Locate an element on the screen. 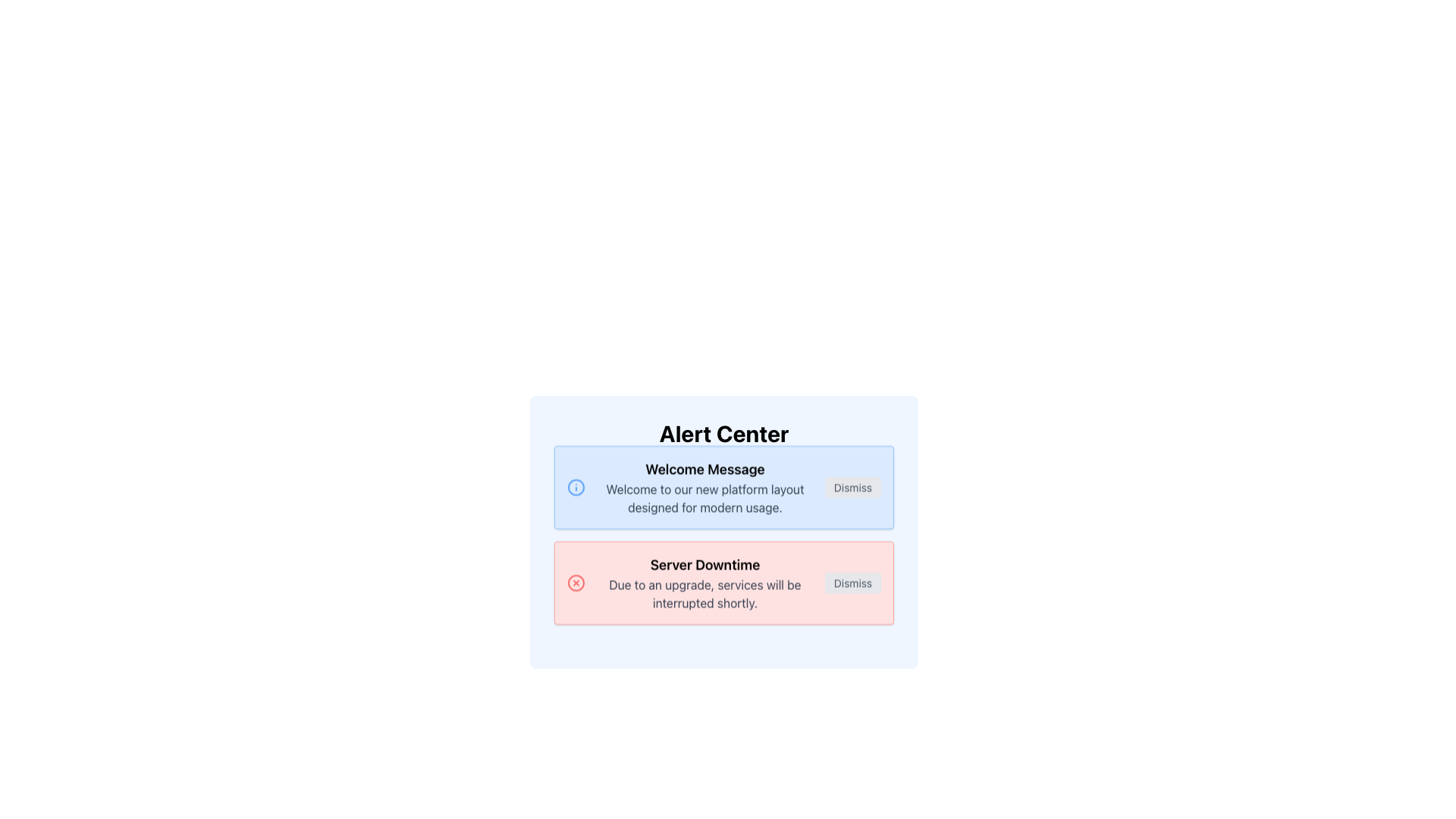  the descriptive text within the alert titled 'Welcome Message', which spans the majority of the width and is located directly beneath the title is located at coordinates (704, 500).